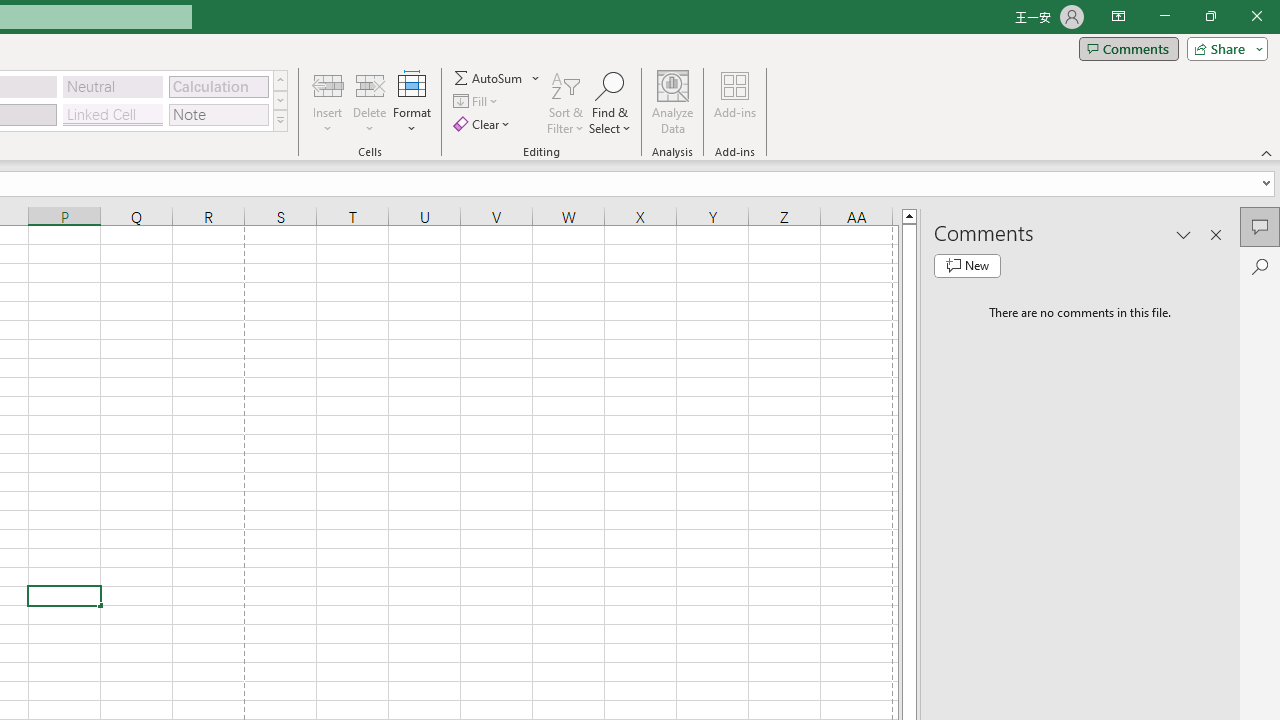  What do you see at coordinates (411, 103) in the screenshot?
I see `'Format'` at bounding box center [411, 103].